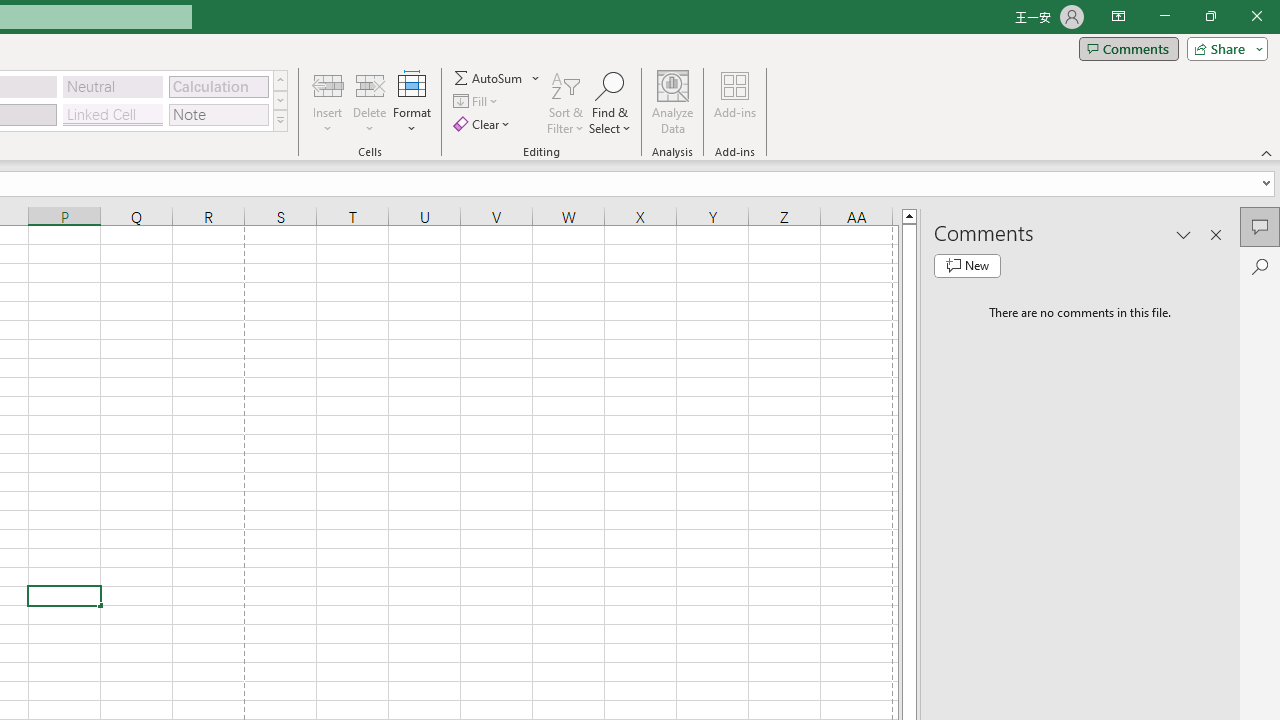  What do you see at coordinates (411, 103) in the screenshot?
I see `'Format'` at bounding box center [411, 103].